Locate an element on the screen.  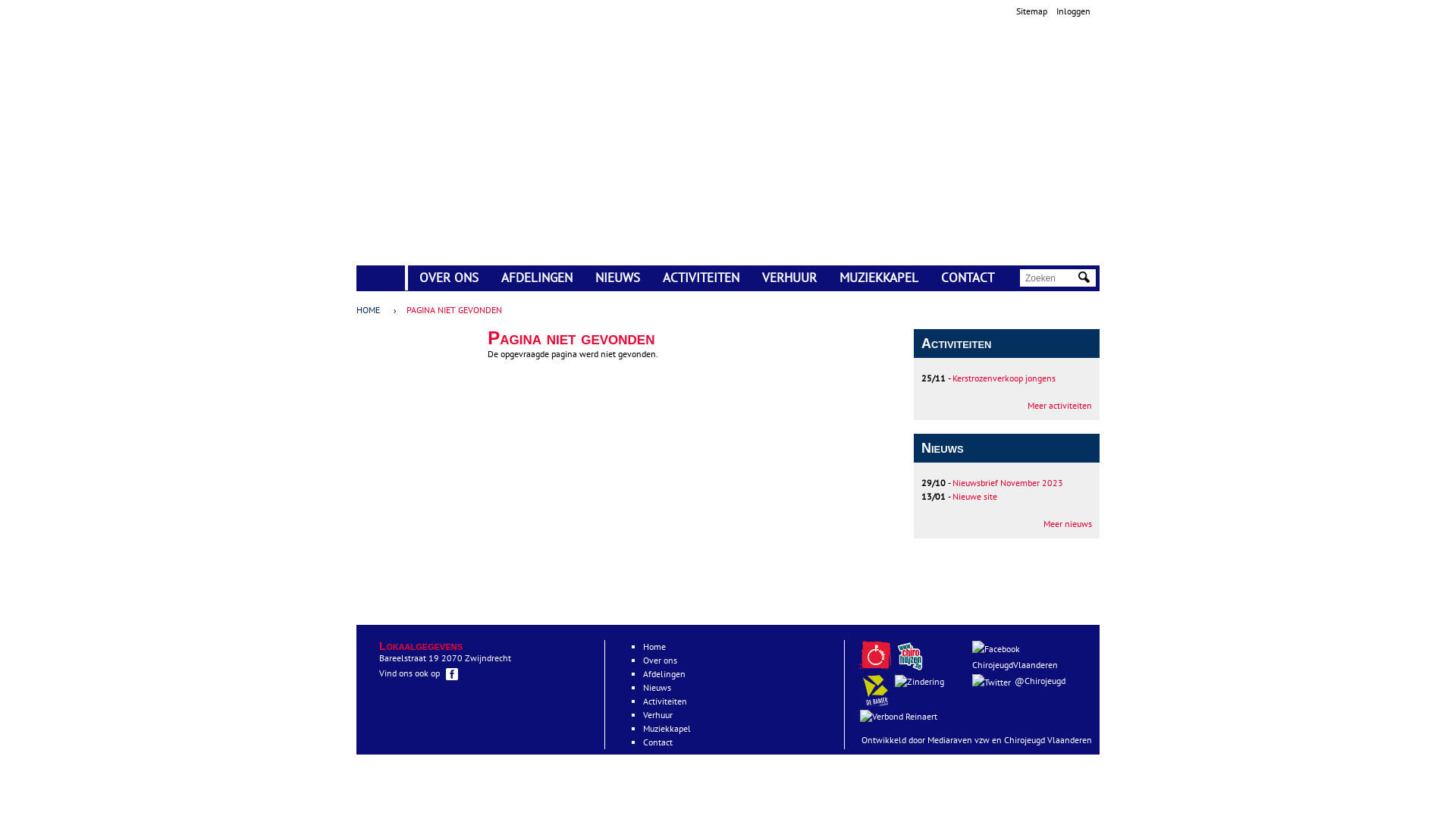
'Twitter' is located at coordinates (971, 681).